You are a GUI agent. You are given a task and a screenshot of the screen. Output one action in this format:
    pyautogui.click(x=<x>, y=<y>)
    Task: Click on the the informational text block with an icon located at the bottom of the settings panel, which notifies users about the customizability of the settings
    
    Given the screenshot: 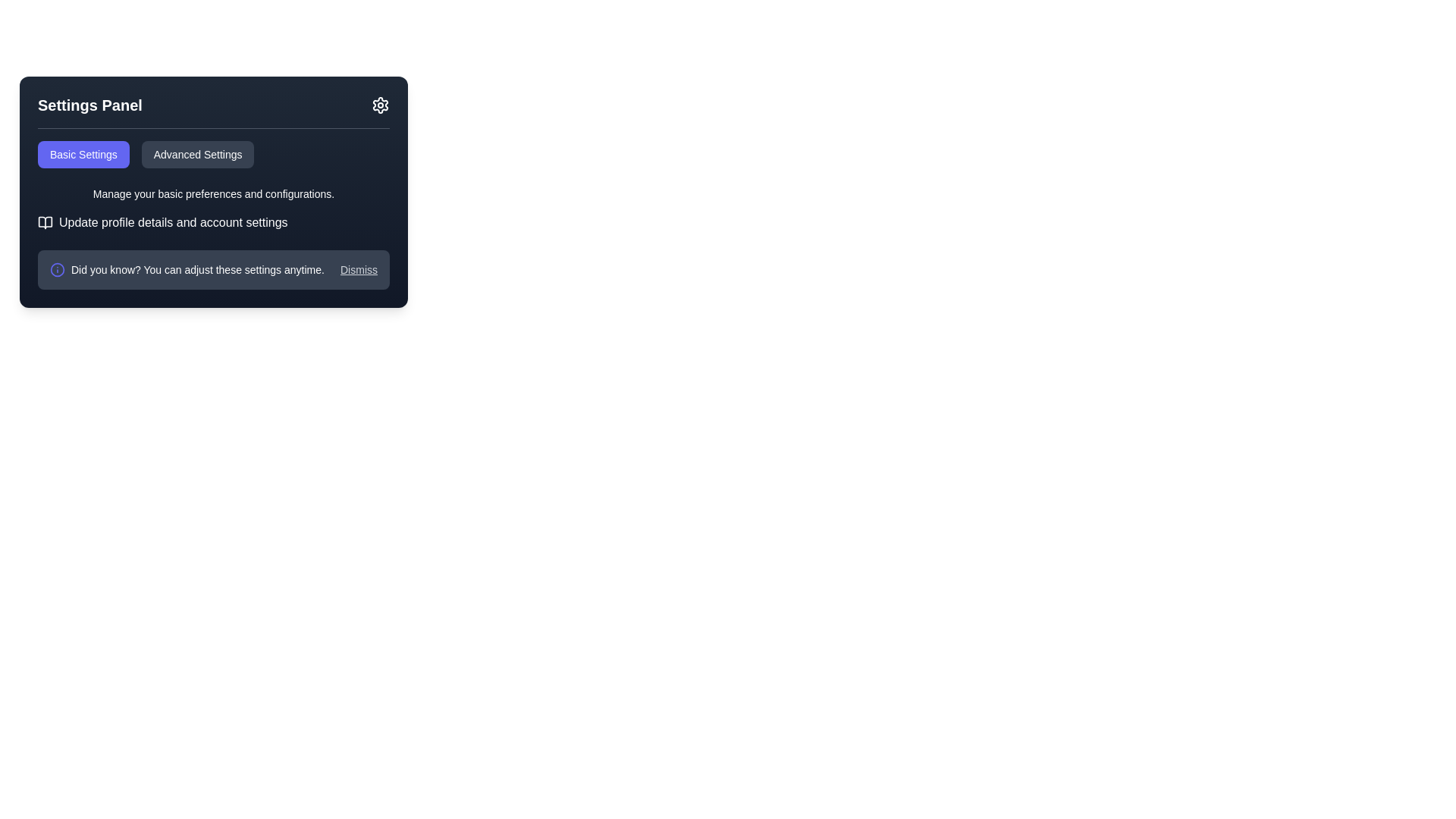 What is the action you would take?
    pyautogui.click(x=186, y=268)
    